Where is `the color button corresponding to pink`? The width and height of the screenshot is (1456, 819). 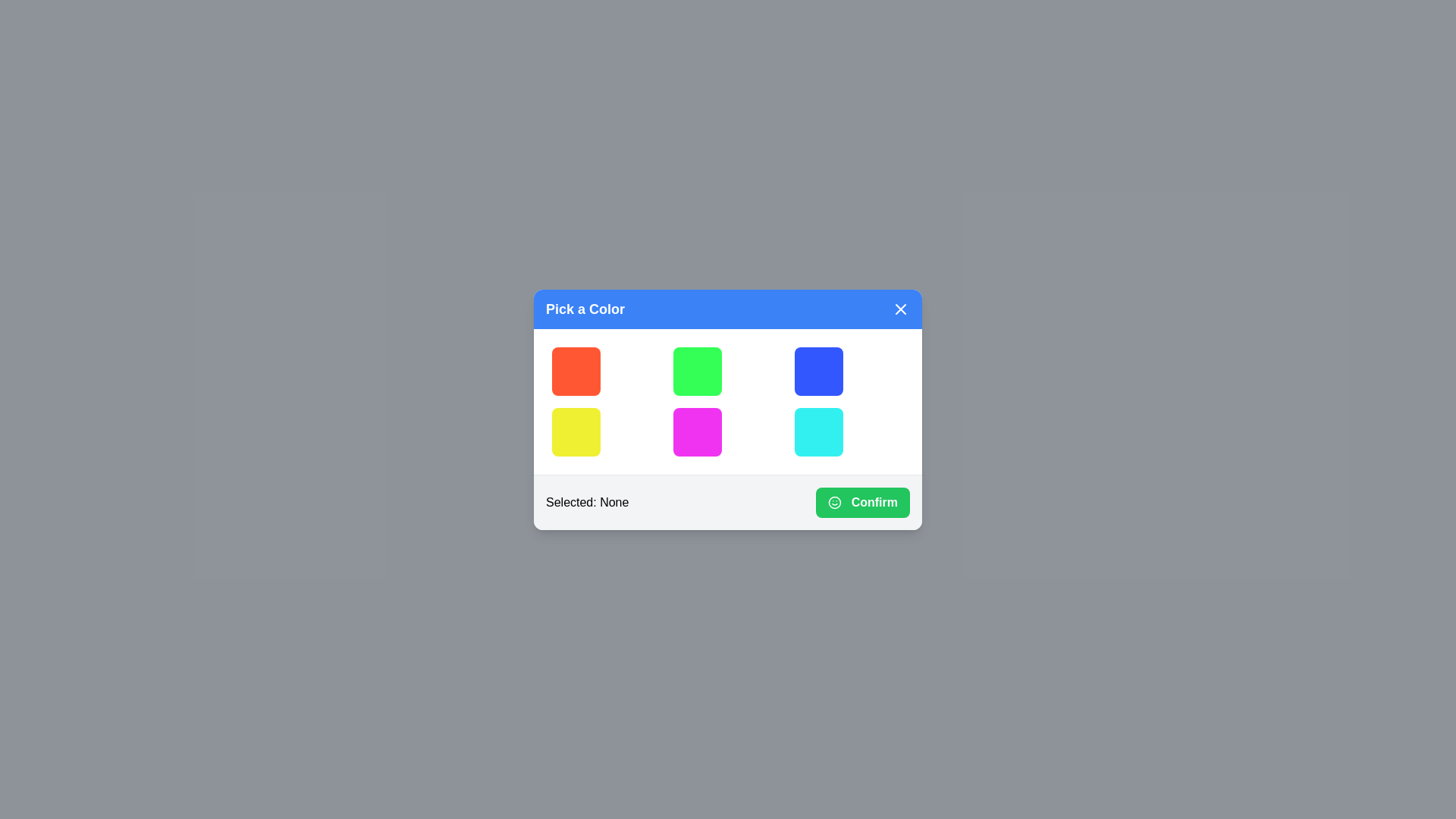 the color button corresponding to pink is located at coordinates (697, 431).